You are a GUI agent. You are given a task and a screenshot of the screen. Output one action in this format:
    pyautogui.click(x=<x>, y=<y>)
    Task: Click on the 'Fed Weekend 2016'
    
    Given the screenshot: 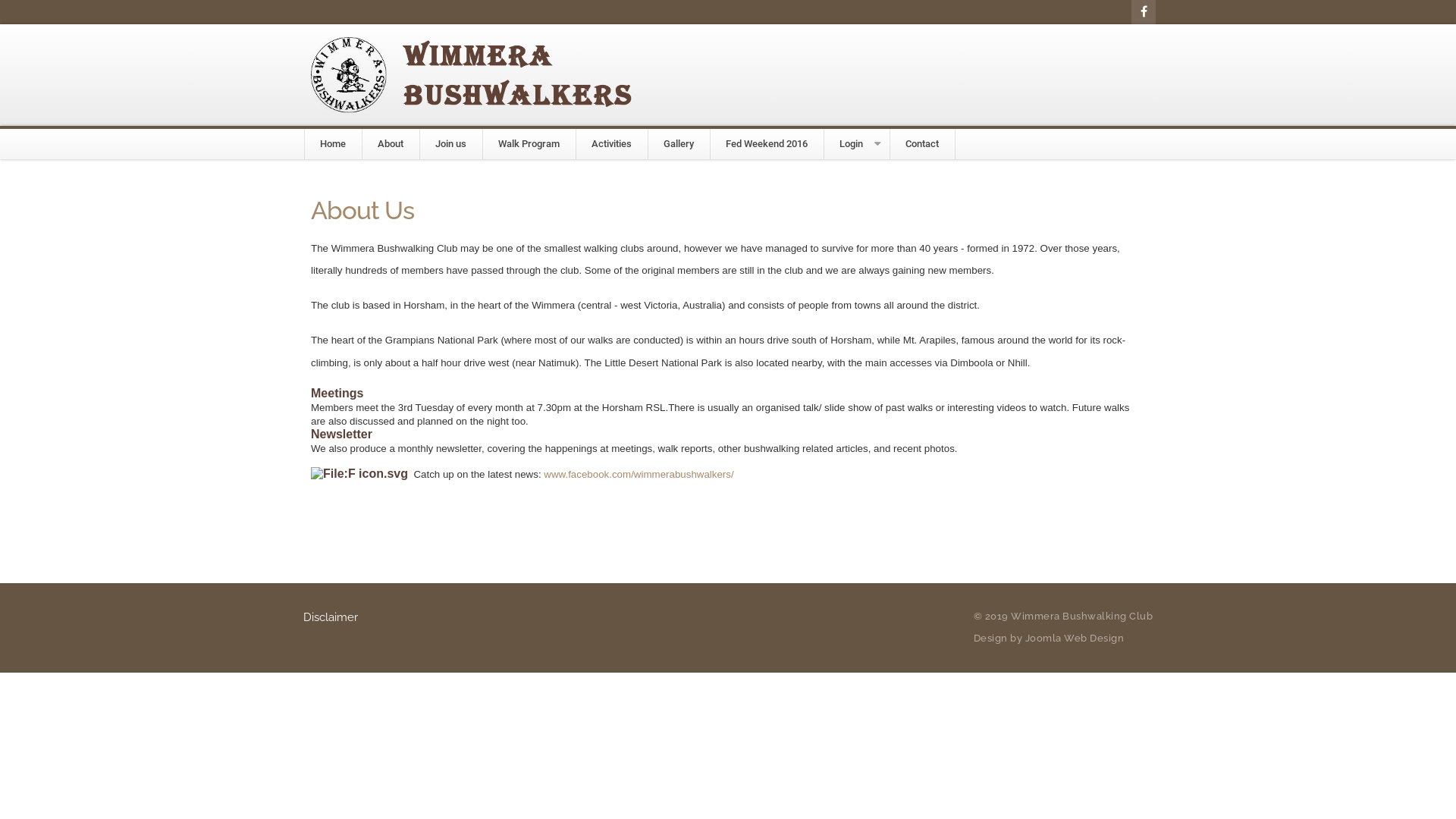 What is the action you would take?
    pyautogui.click(x=767, y=143)
    